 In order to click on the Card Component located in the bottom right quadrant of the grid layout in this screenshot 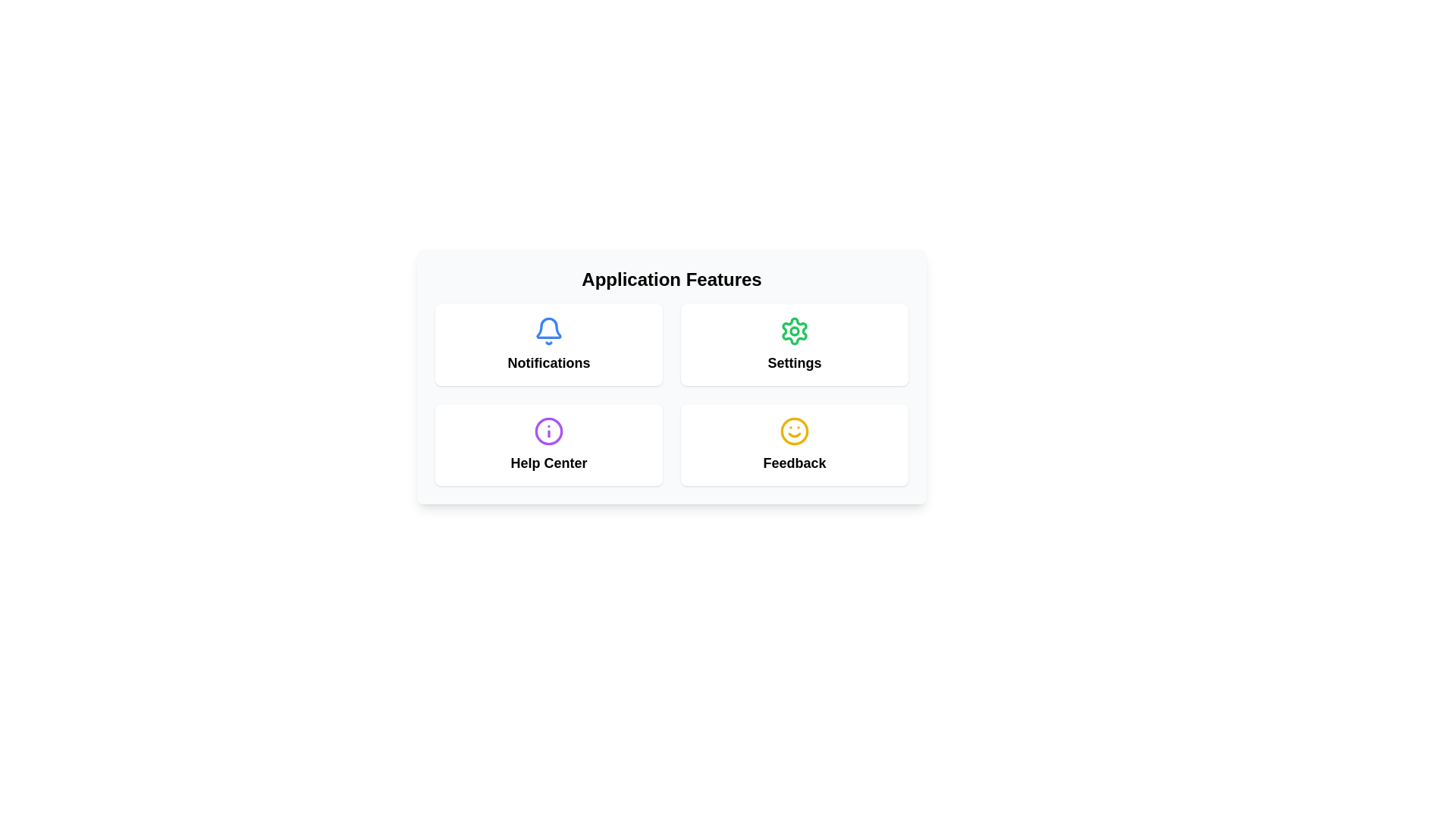, I will do `click(793, 444)`.